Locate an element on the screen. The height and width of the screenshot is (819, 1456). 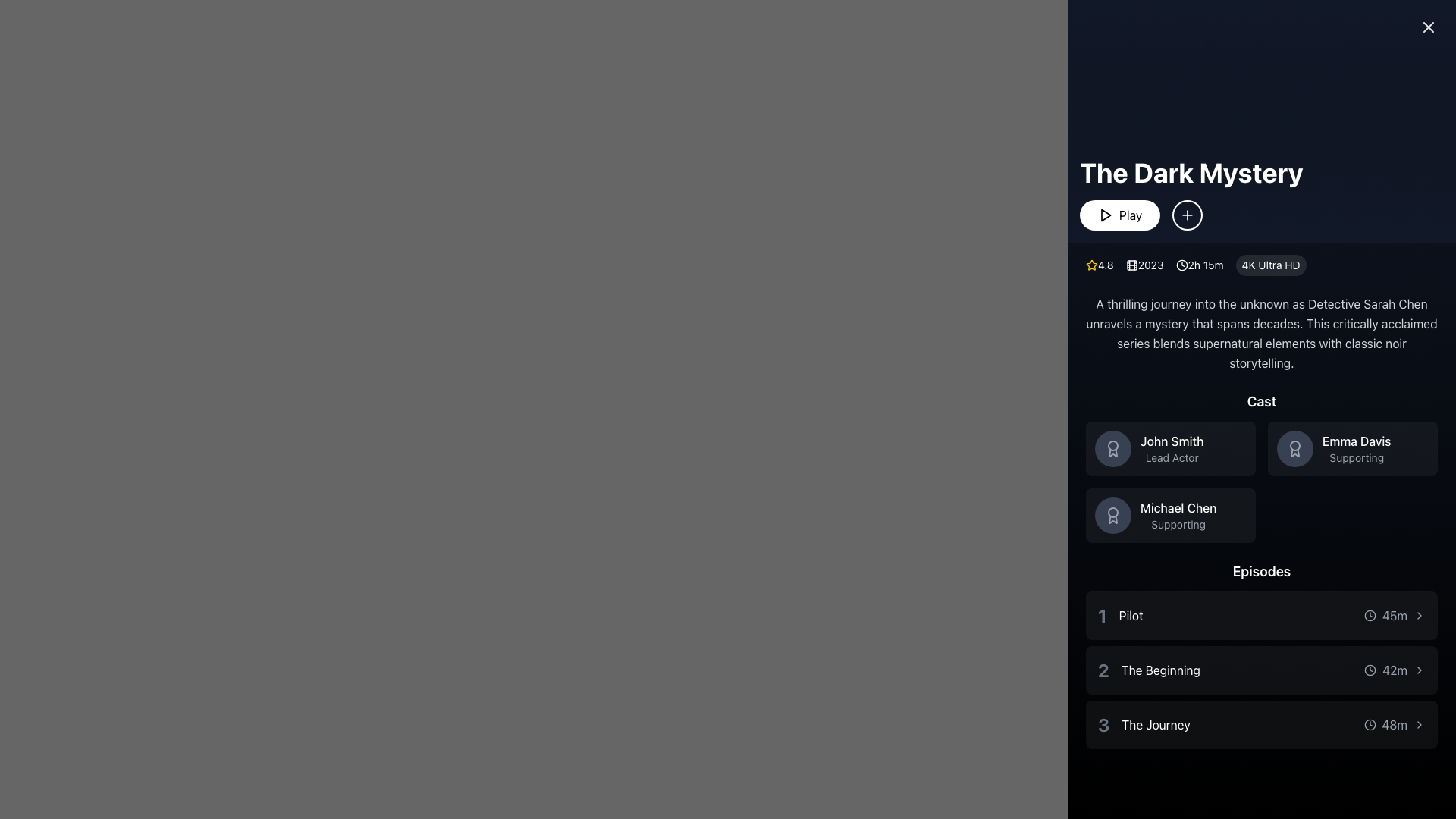
the static text label displaying '45m', which is located next to a clock icon and to the right of the episode title 'Pilot' in the 'Episodes' list is located at coordinates (1395, 616).